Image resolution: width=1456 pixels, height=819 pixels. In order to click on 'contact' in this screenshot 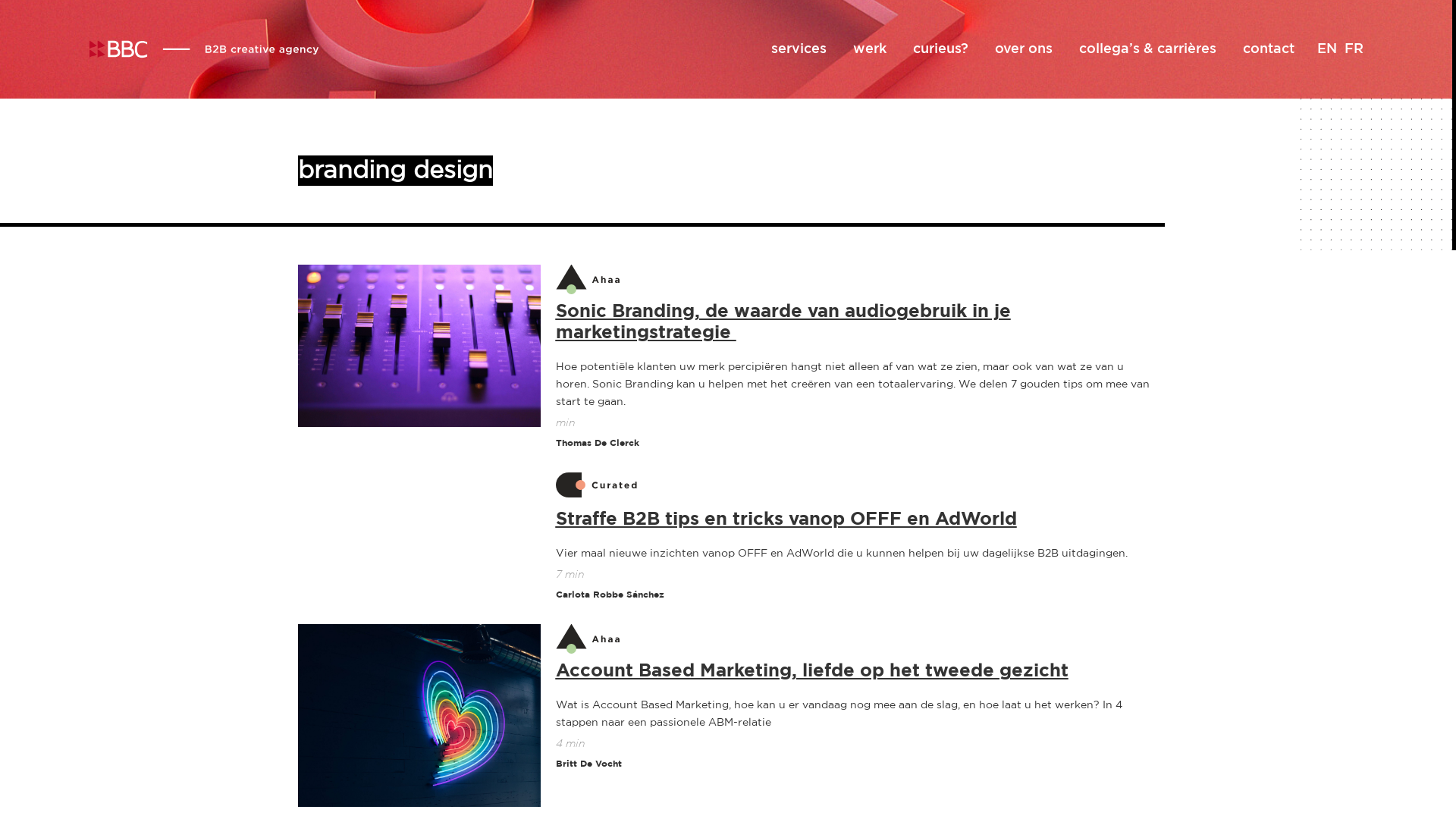, I will do `click(1267, 49)`.